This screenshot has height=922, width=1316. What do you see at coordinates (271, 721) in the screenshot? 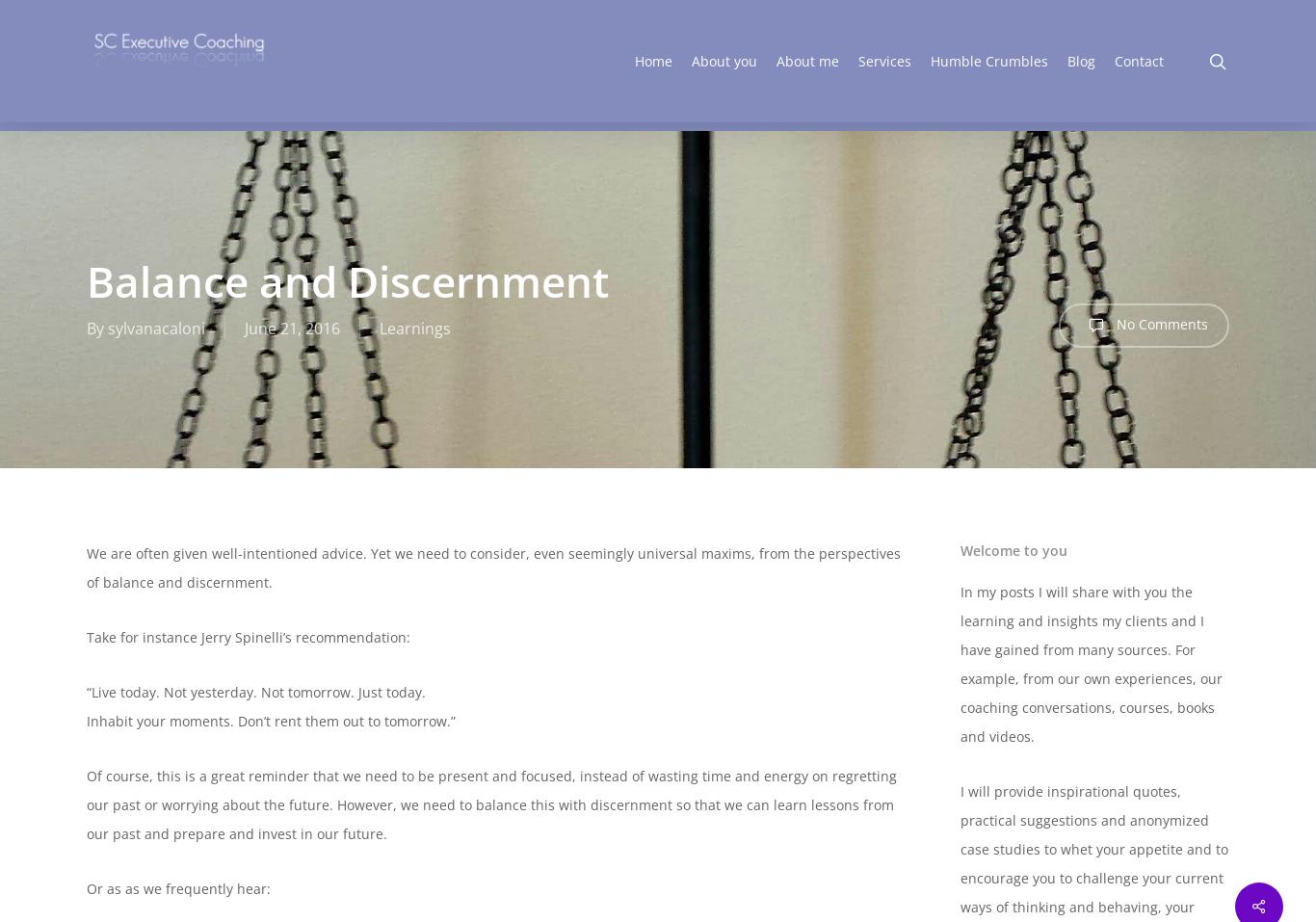
I see `'Inhabit your moments. Don’t rent them out to tomorrow.”'` at bounding box center [271, 721].